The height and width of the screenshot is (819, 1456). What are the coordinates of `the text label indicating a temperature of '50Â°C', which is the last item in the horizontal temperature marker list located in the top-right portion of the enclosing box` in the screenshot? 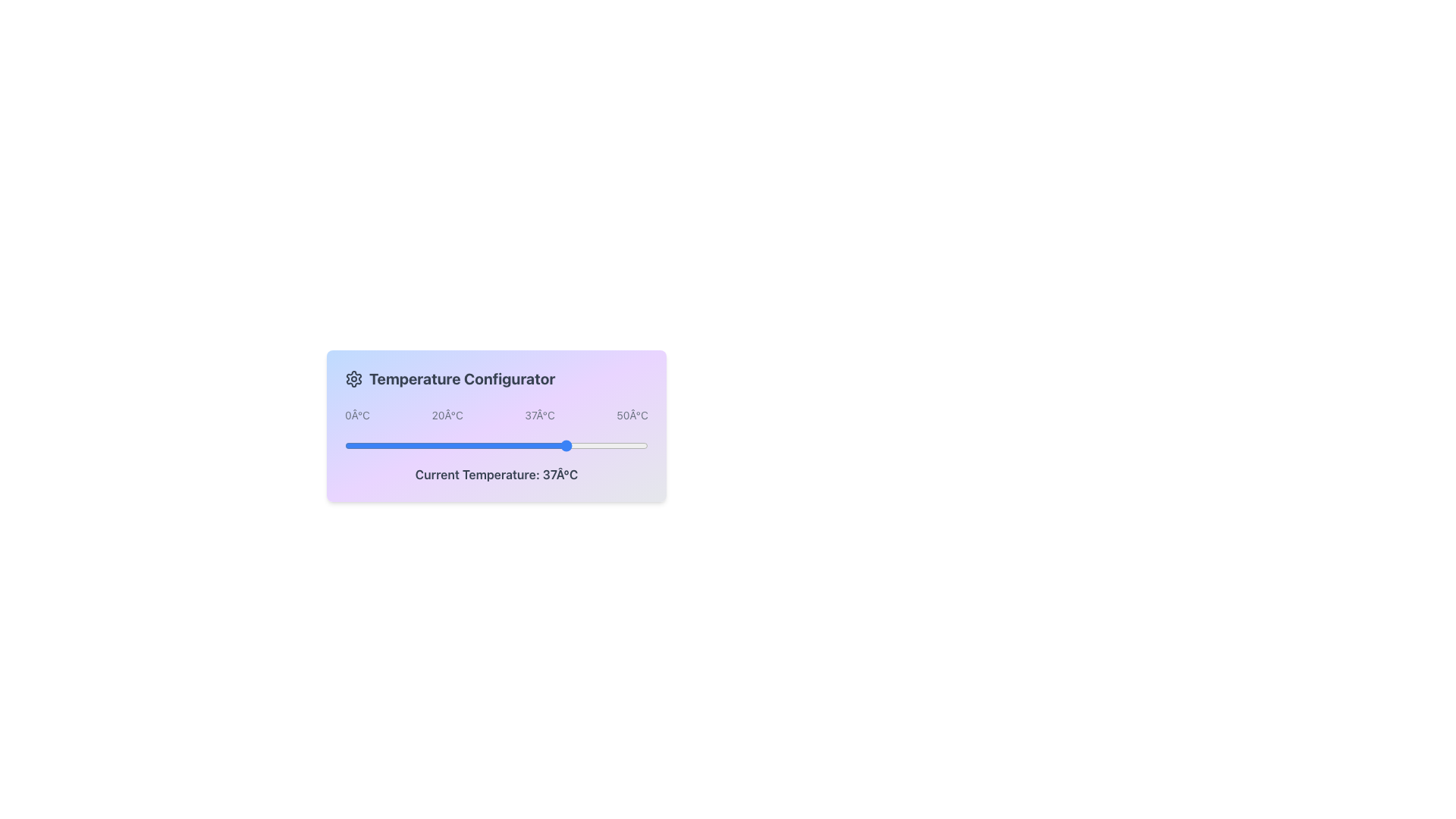 It's located at (632, 415).